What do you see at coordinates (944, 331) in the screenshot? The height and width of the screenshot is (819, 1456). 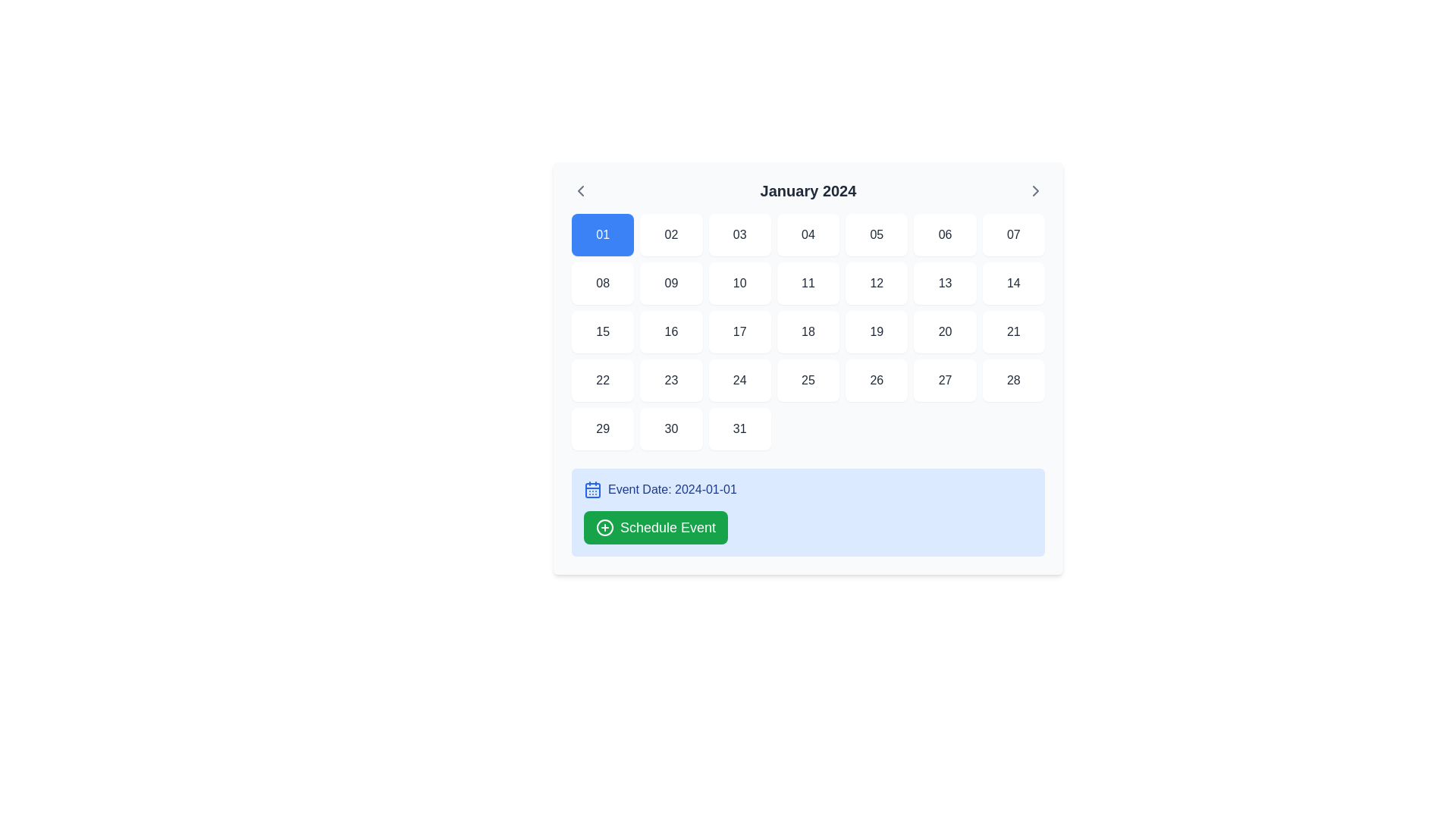 I see `the button representing the 20th day of the month in the calendar interface` at bounding box center [944, 331].